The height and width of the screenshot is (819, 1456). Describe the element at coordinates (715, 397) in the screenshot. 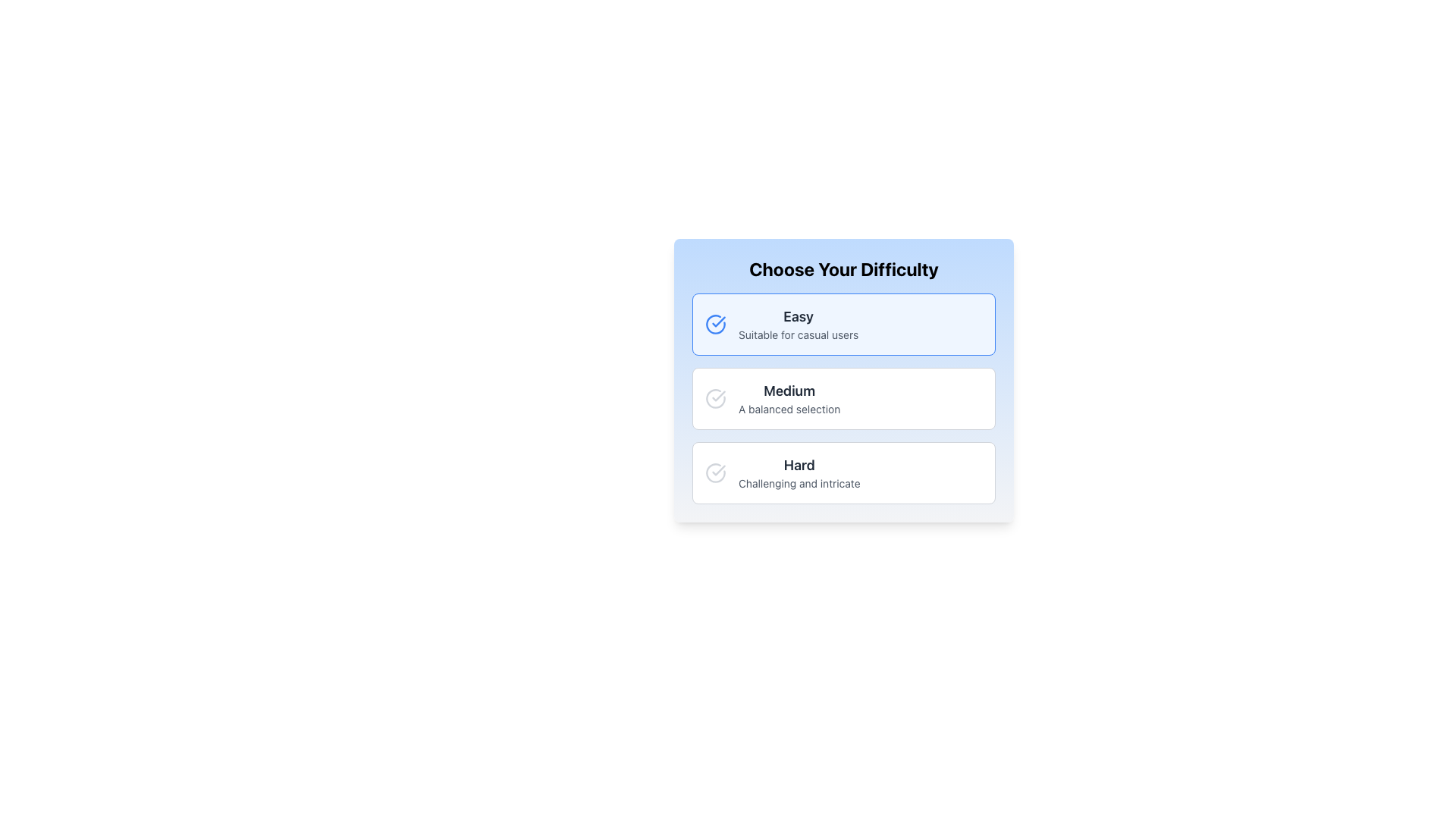

I see `the circular gray checkmark icon located in the second card labeled 'Medium' in the 'Choose Your Difficulty' section` at that location.